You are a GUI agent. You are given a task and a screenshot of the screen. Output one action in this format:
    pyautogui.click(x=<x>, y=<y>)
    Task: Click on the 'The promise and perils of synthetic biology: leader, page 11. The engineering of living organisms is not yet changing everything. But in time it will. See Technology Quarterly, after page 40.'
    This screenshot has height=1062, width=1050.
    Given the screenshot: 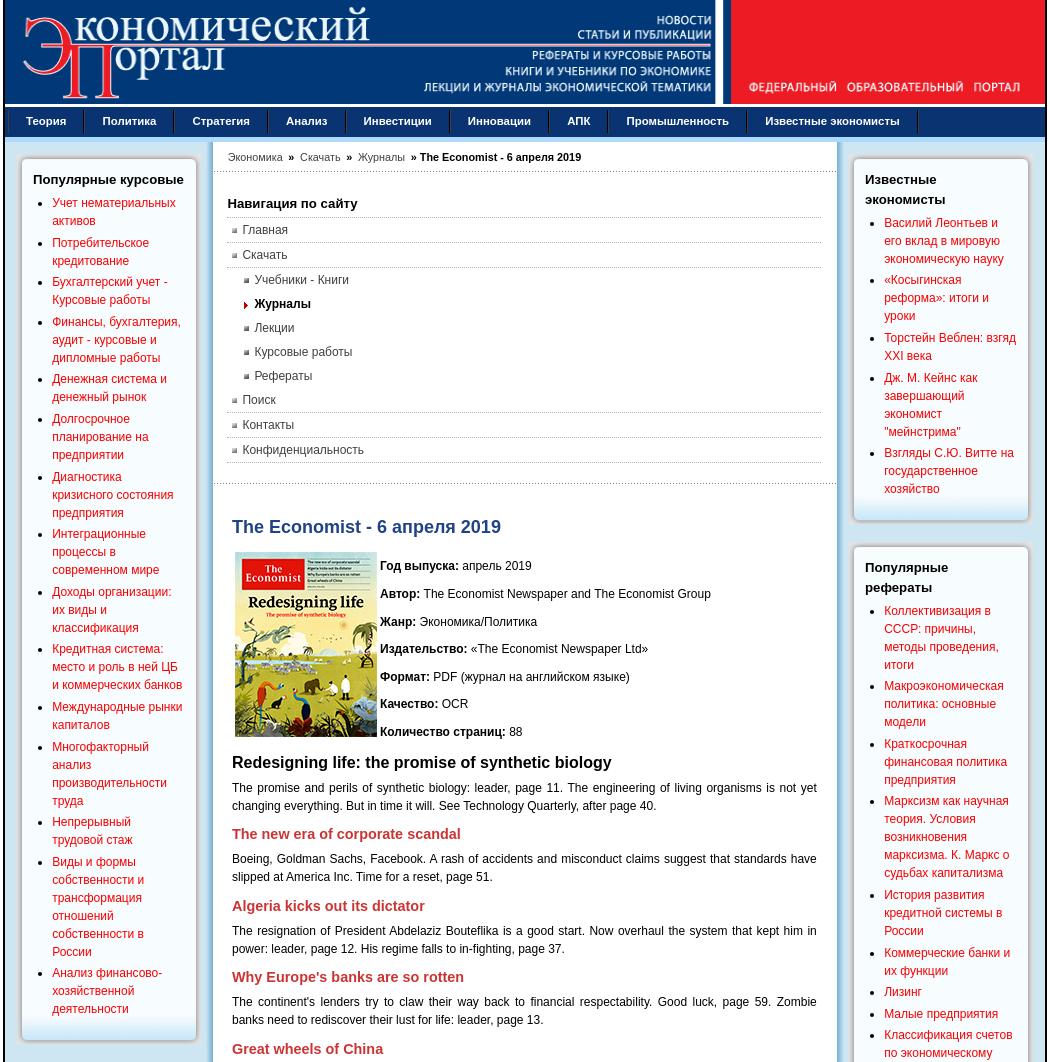 What is the action you would take?
    pyautogui.click(x=522, y=795)
    